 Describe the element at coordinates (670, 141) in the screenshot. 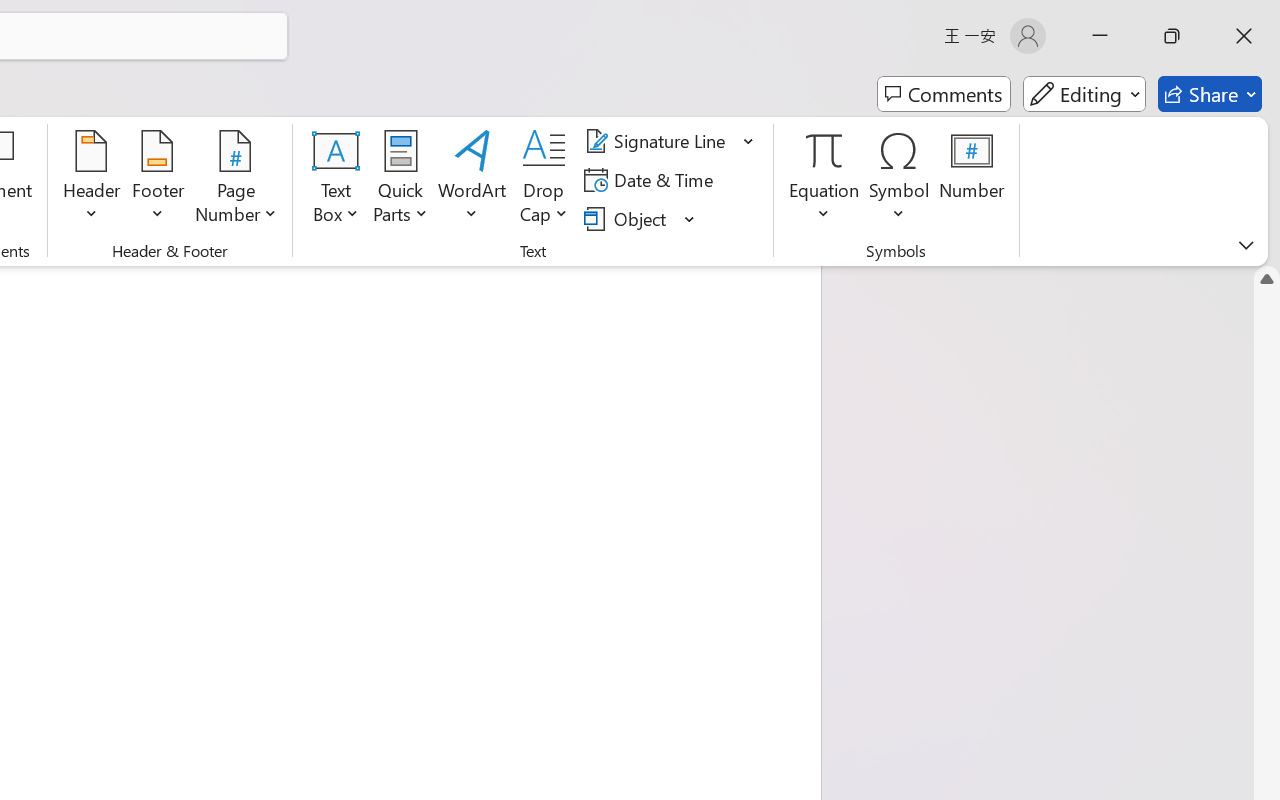

I see `'Signature Line'` at that location.